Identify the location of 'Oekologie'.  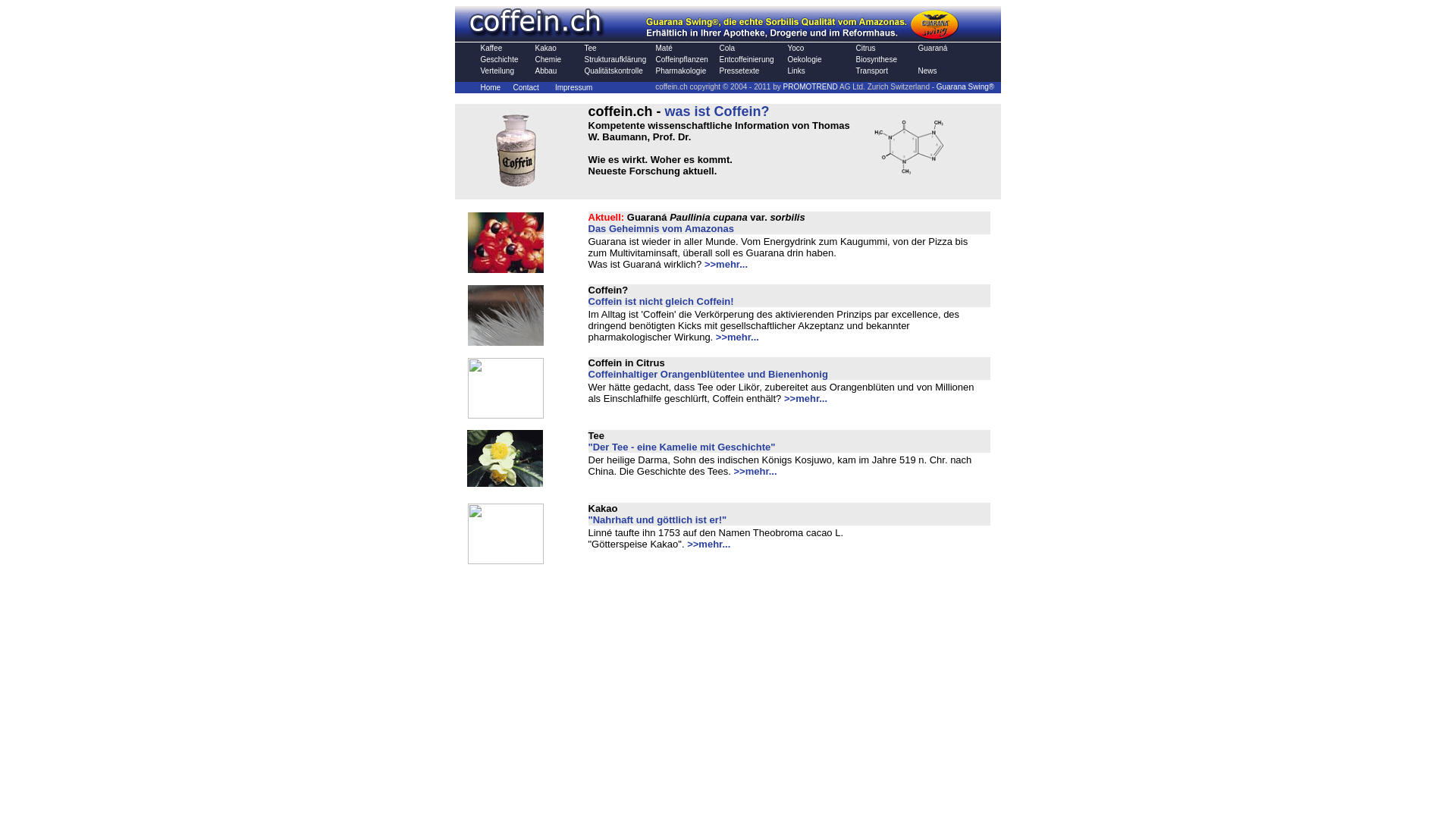
(803, 58).